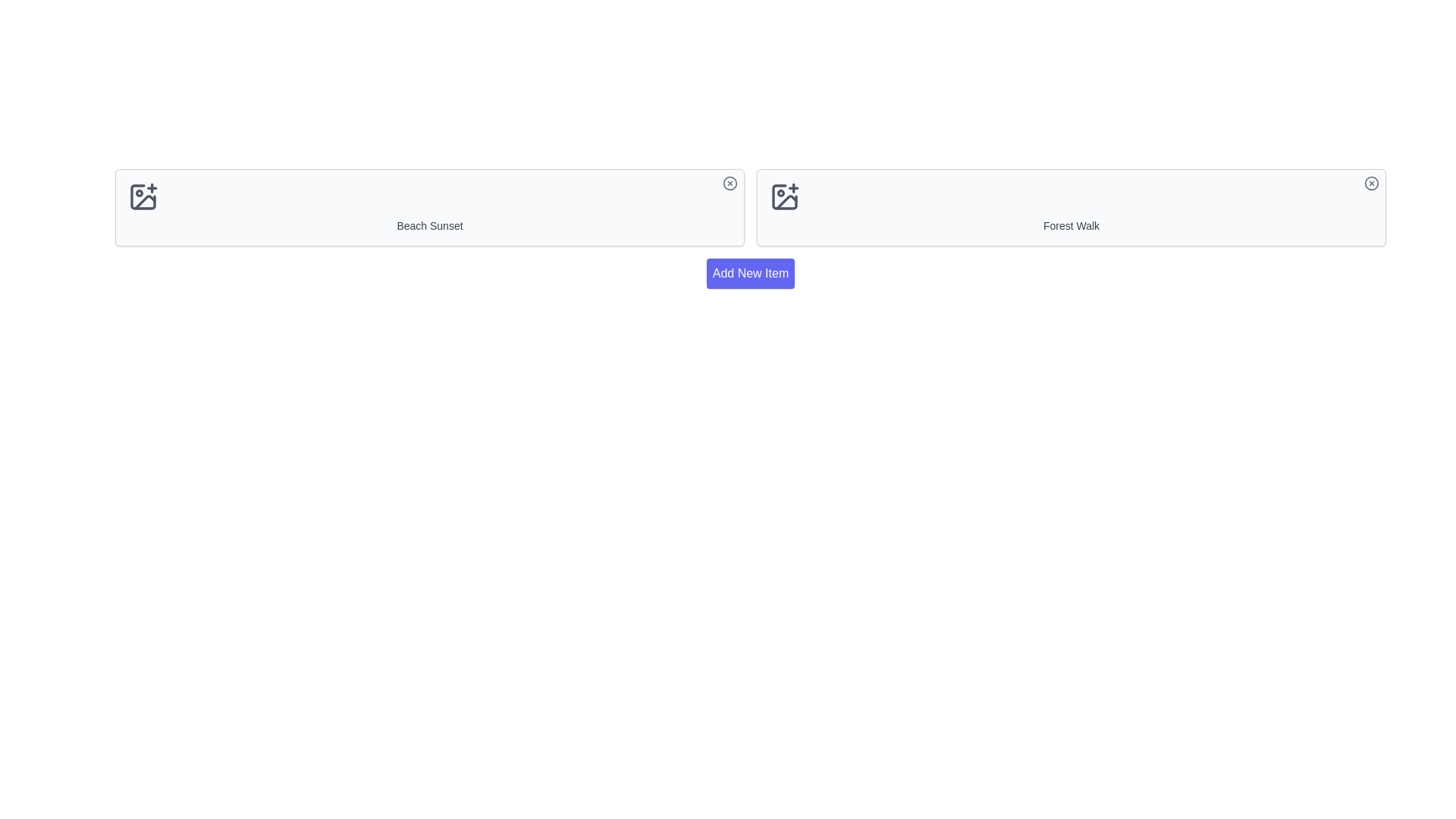  Describe the element at coordinates (785, 196) in the screenshot. I see `the image icon located in the top-left corner of the 'Forest Walk' card` at that location.